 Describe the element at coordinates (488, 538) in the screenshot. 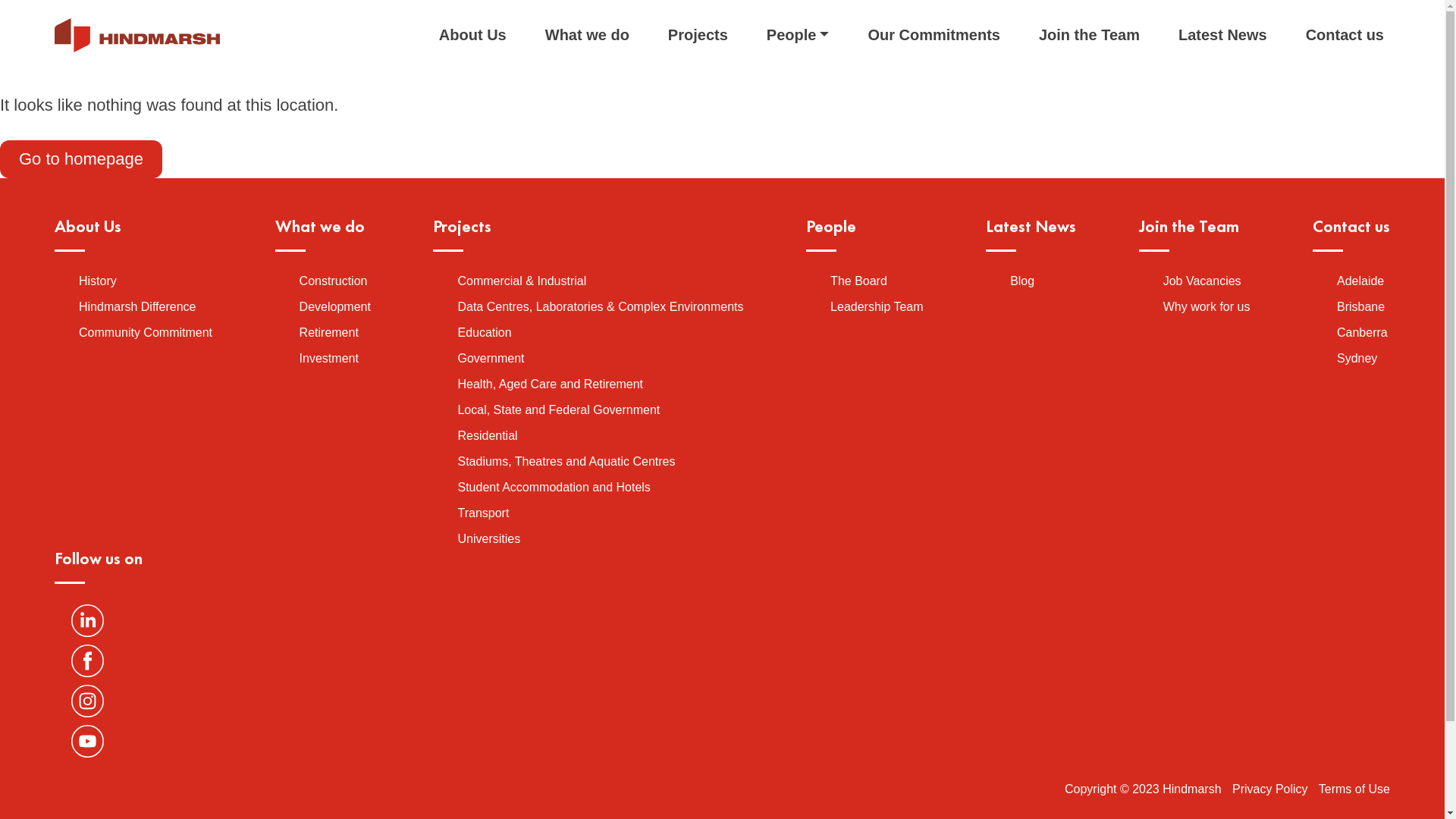

I see `'Universities'` at that location.